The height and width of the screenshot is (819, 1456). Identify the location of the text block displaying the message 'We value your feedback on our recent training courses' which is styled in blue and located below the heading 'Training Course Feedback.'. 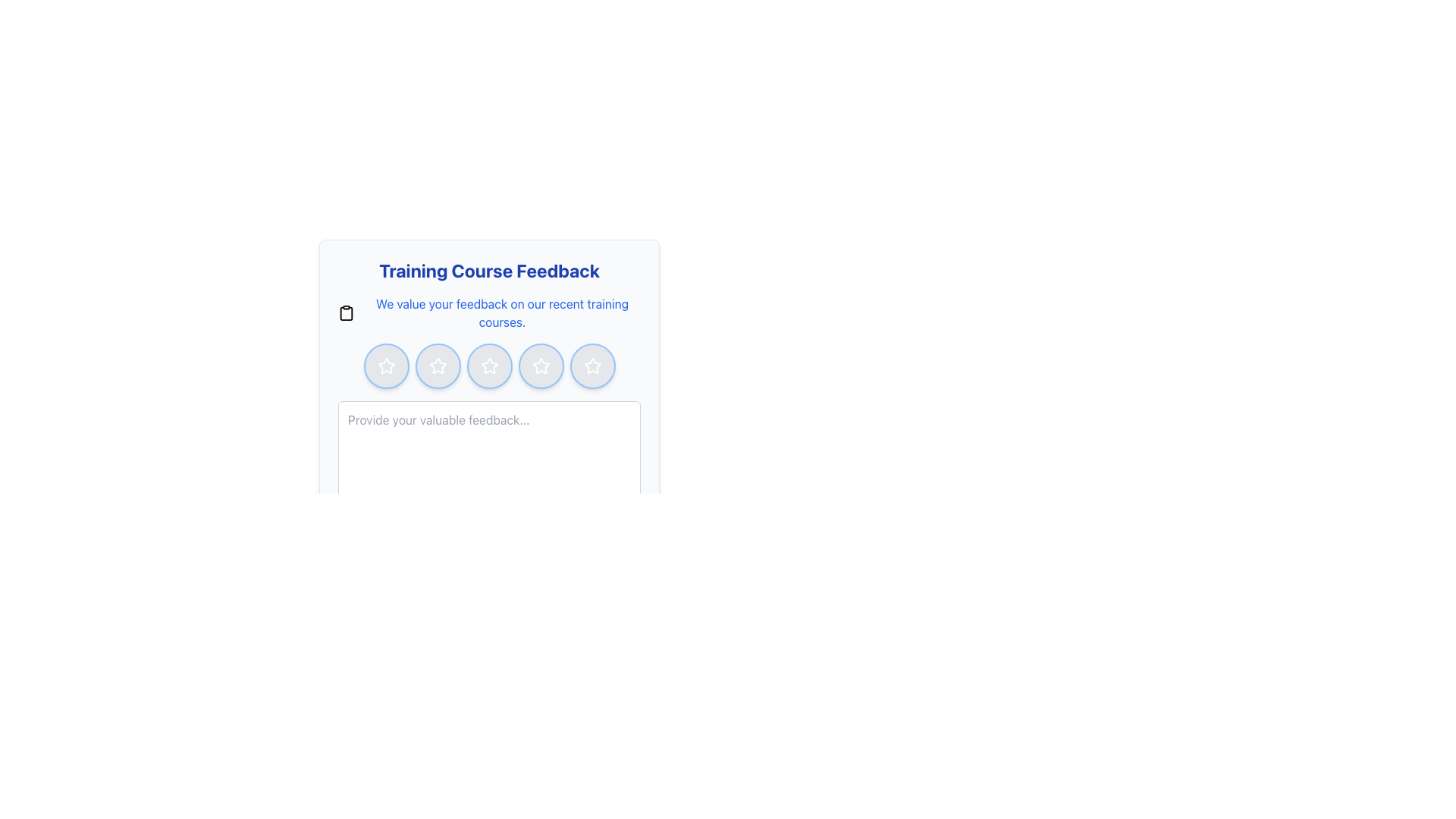
(502, 312).